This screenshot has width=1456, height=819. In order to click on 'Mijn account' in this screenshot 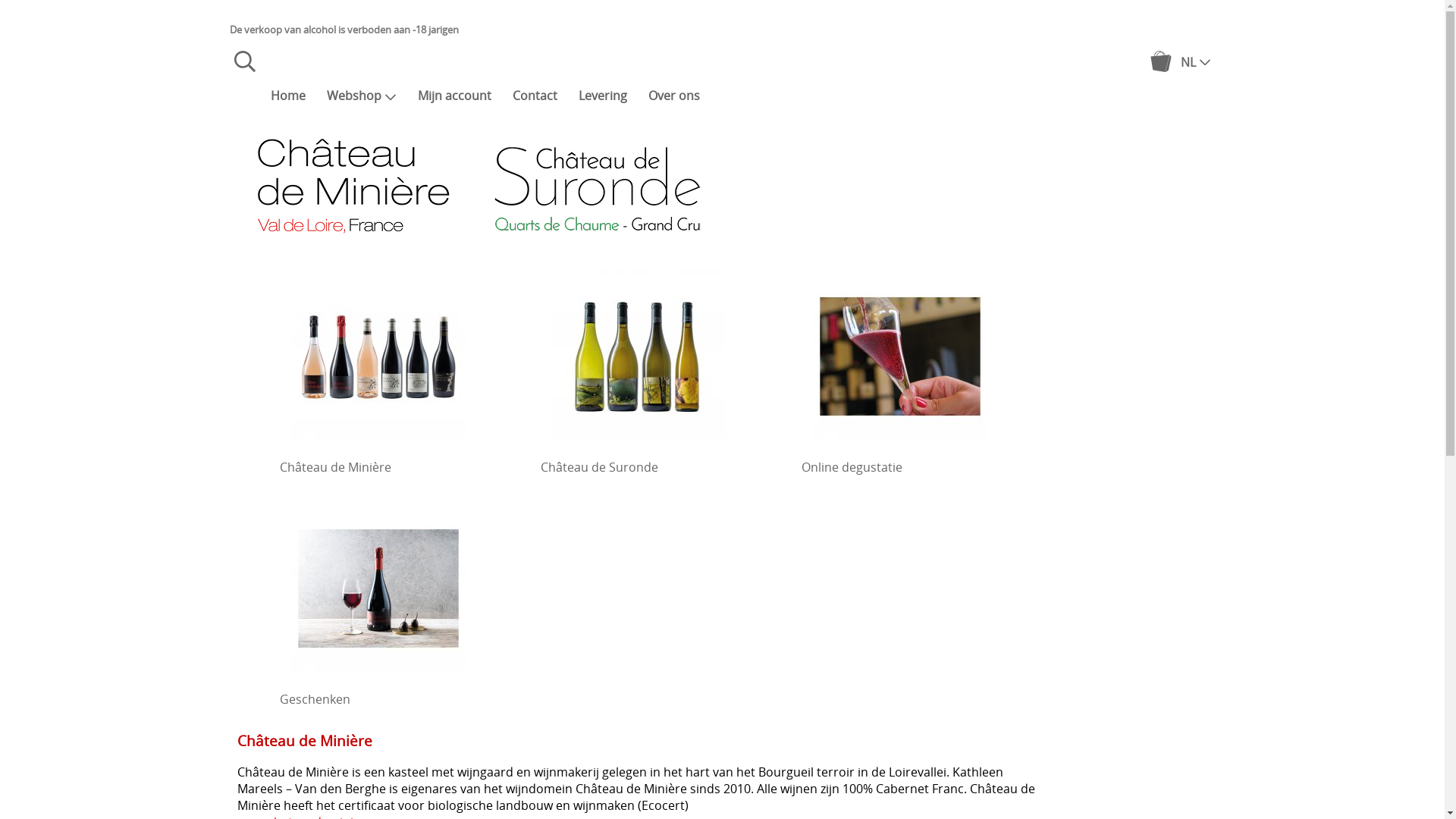, I will do `click(453, 96)`.